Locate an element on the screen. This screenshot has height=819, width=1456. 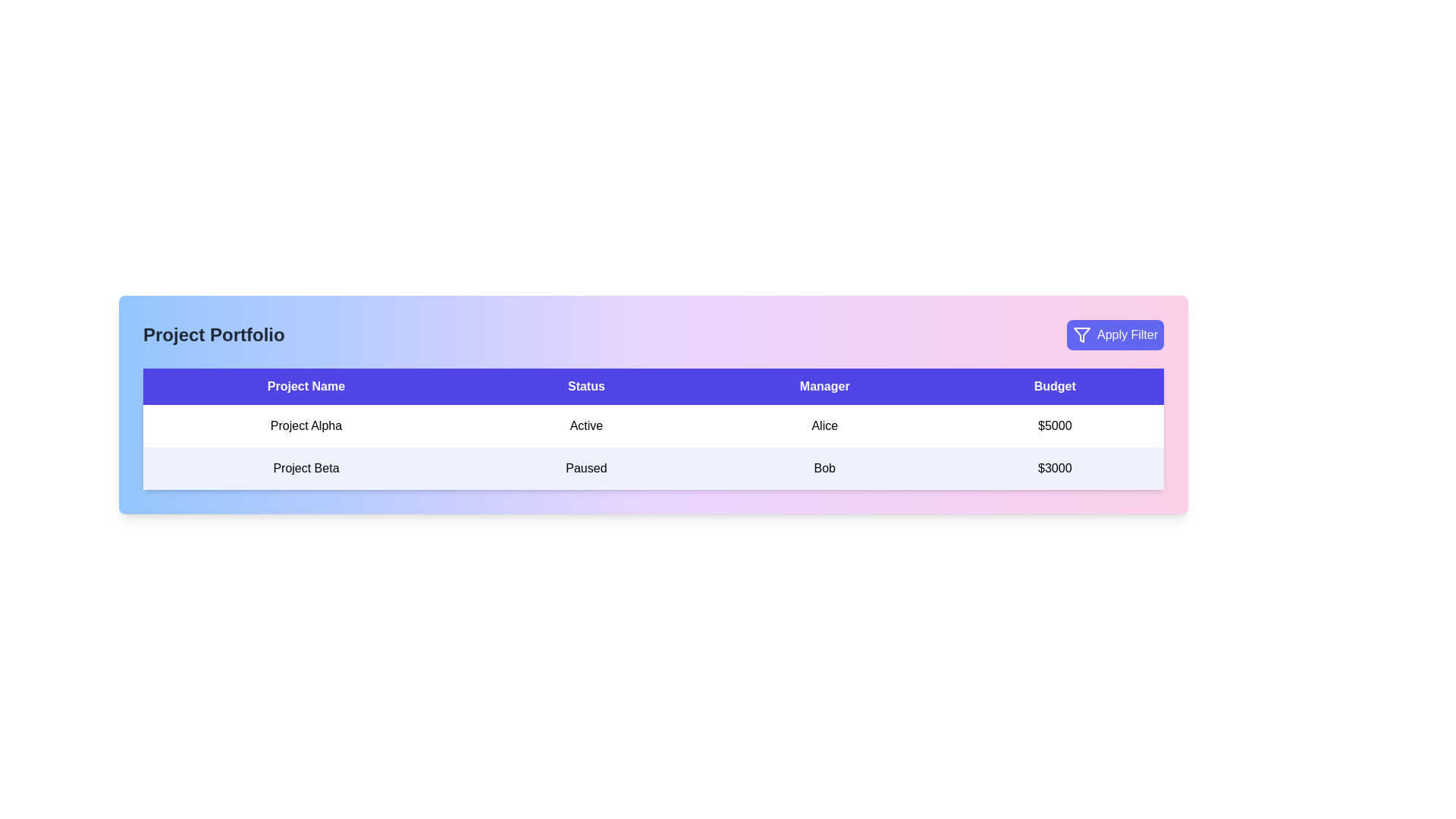
the text display showing the value '$5000' located in the 'Budget' column of the 'Project Alpha' row is located at coordinates (1054, 426).